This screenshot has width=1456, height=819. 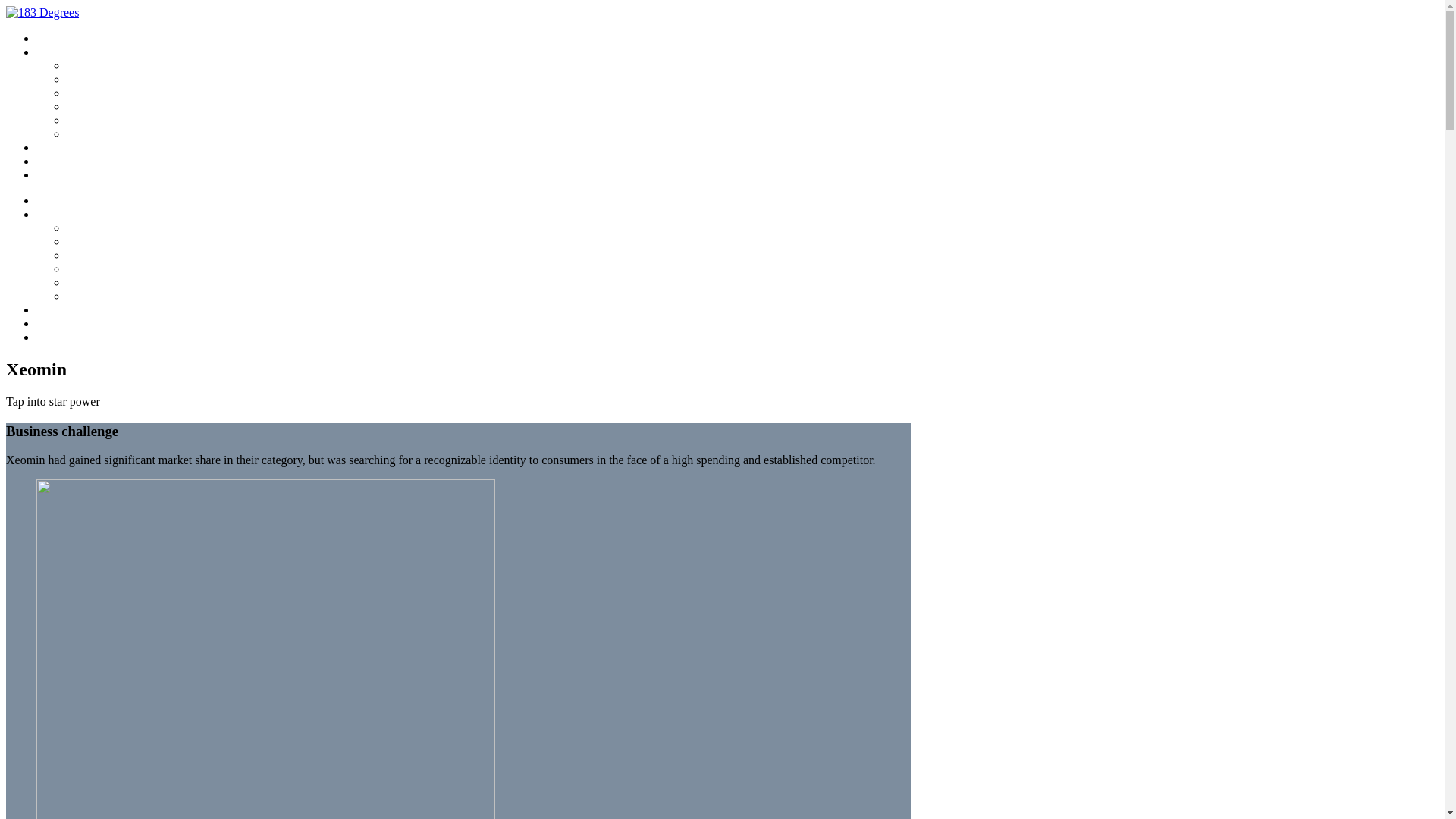 I want to click on 'Why 183', so click(x=57, y=37).